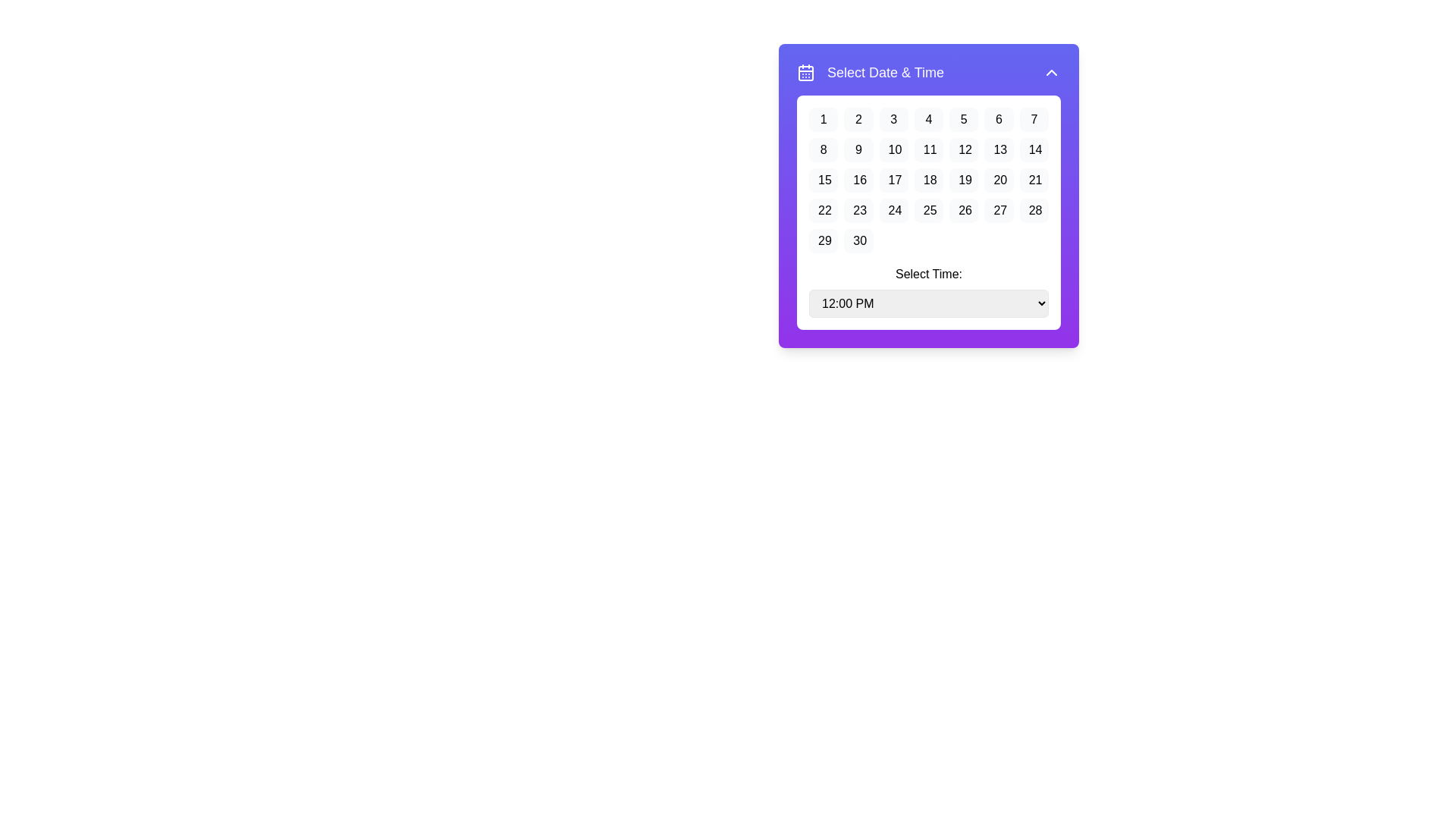 The height and width of the screenshot is (819, 1456). Describe the element at coordinates (999, 180) in the screenshot. I see `the calendar day selector button` at that location.